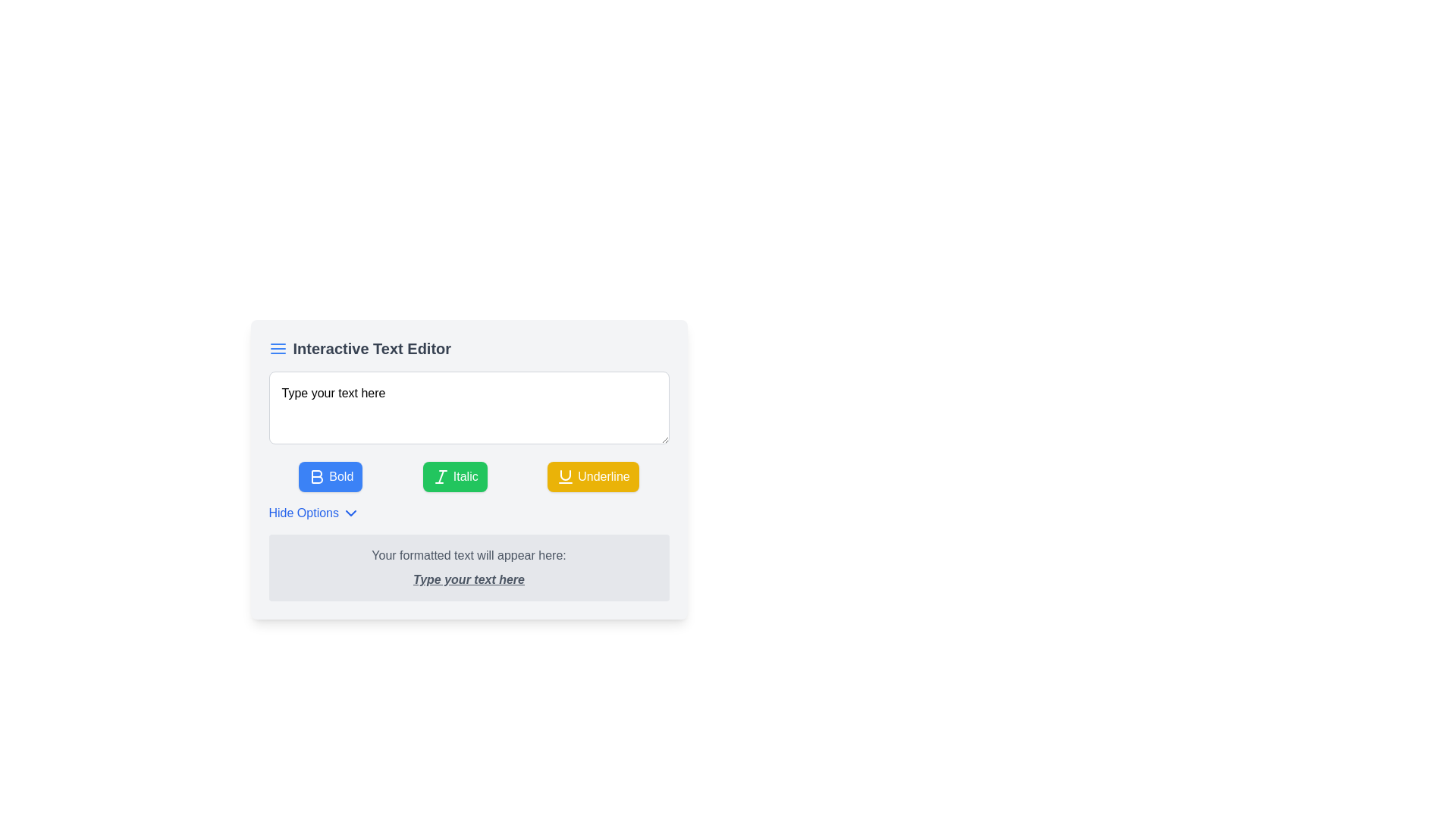  I want to click on the 'Bold' icon located to the left of the blue button labeled 'Bold' in the button group underneath the text input field, so click(316, 475).